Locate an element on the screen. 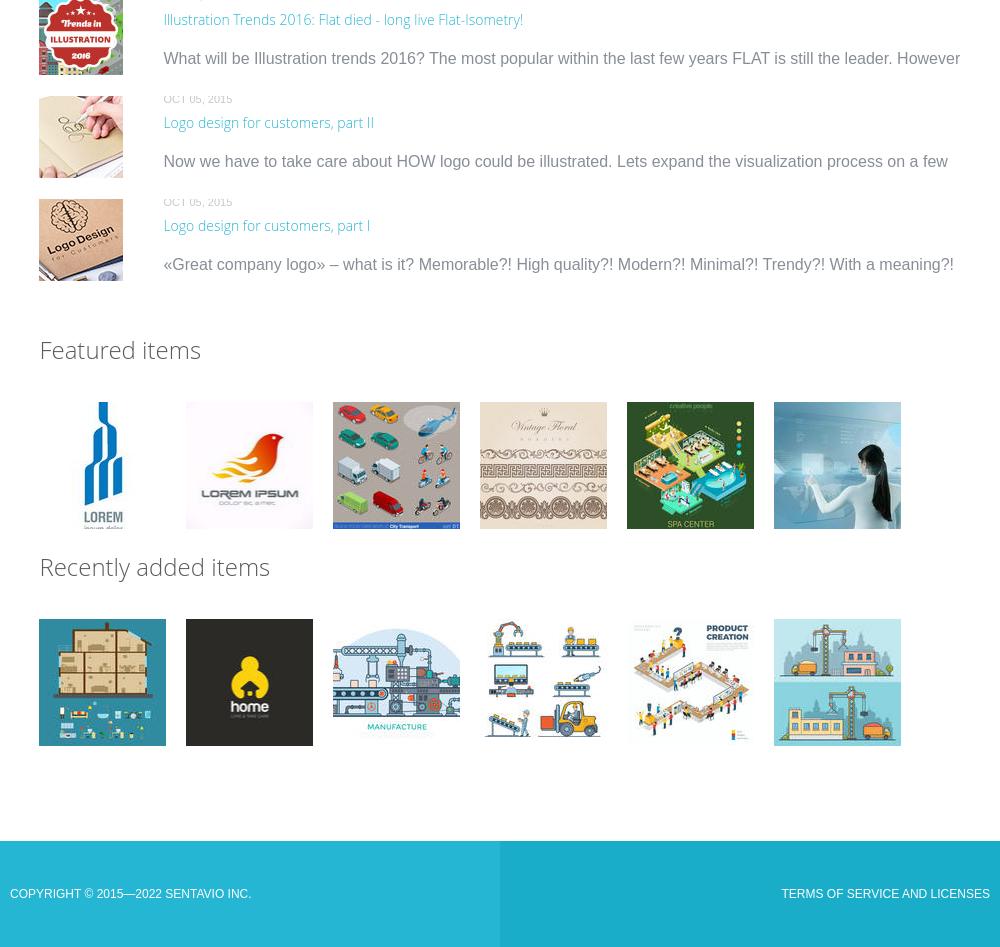 The width and height of the screenshot is (1000, 947). 'Now we have to take care about HOW logo could be illustrated. Lets expand the visualization process on a few simple steps.' is located at coordinates (555, 171).